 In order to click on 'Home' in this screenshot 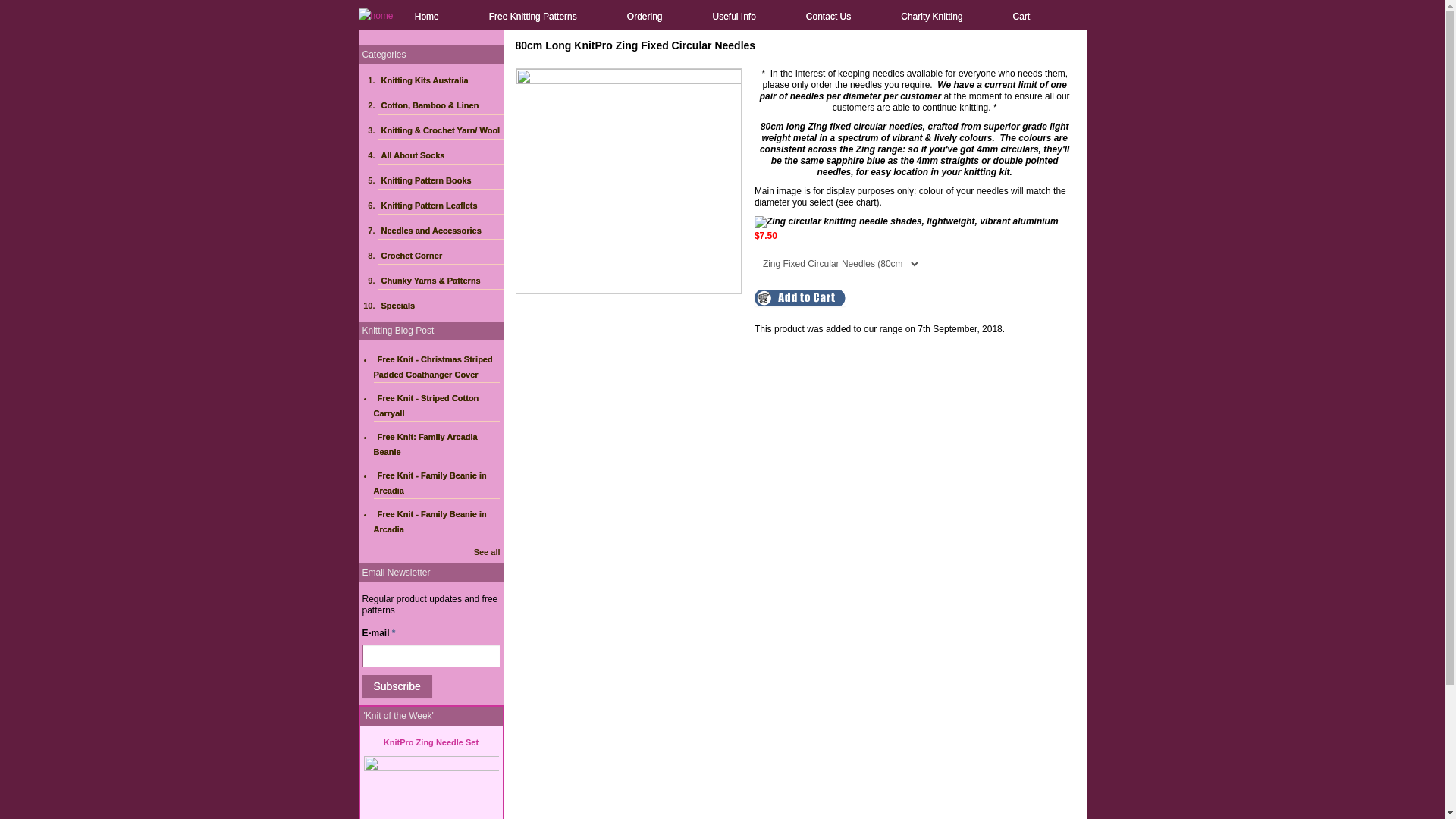, I will do `click(425, 17)`.